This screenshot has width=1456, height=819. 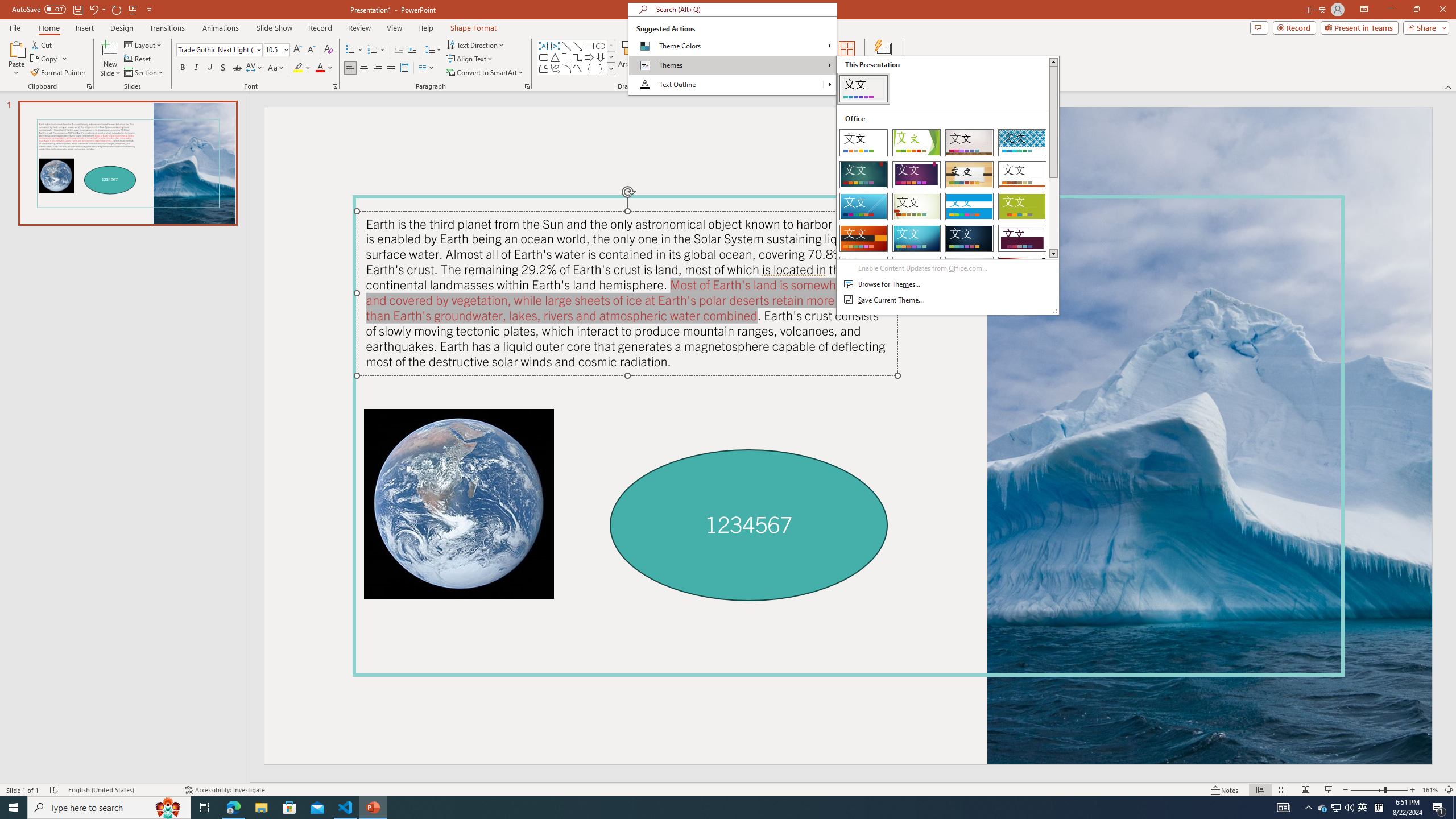 I want to click on 'Right Brace', so click(x=600, y=68).